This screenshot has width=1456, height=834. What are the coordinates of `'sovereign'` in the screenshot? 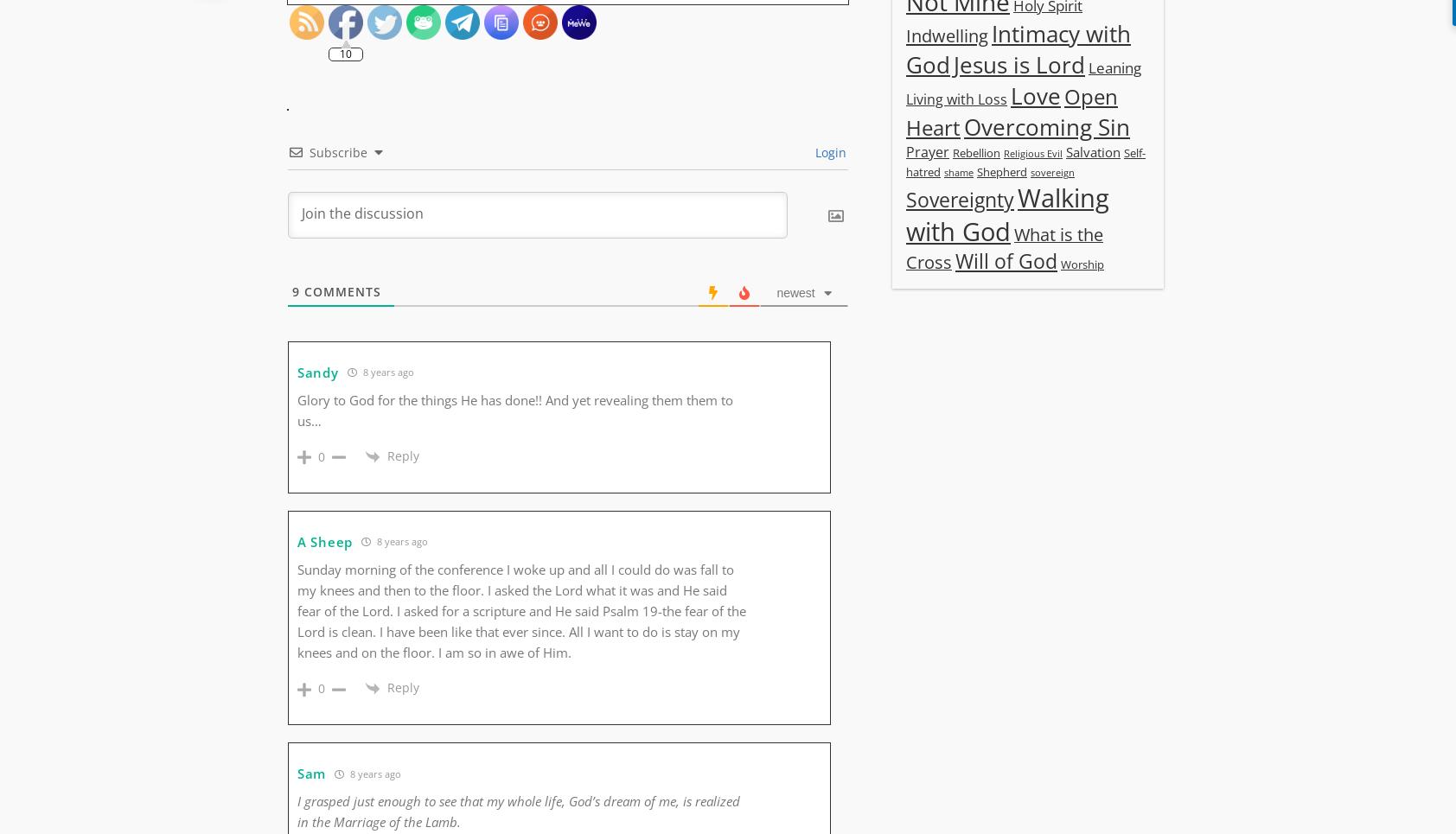 It's located at (1030, 171).